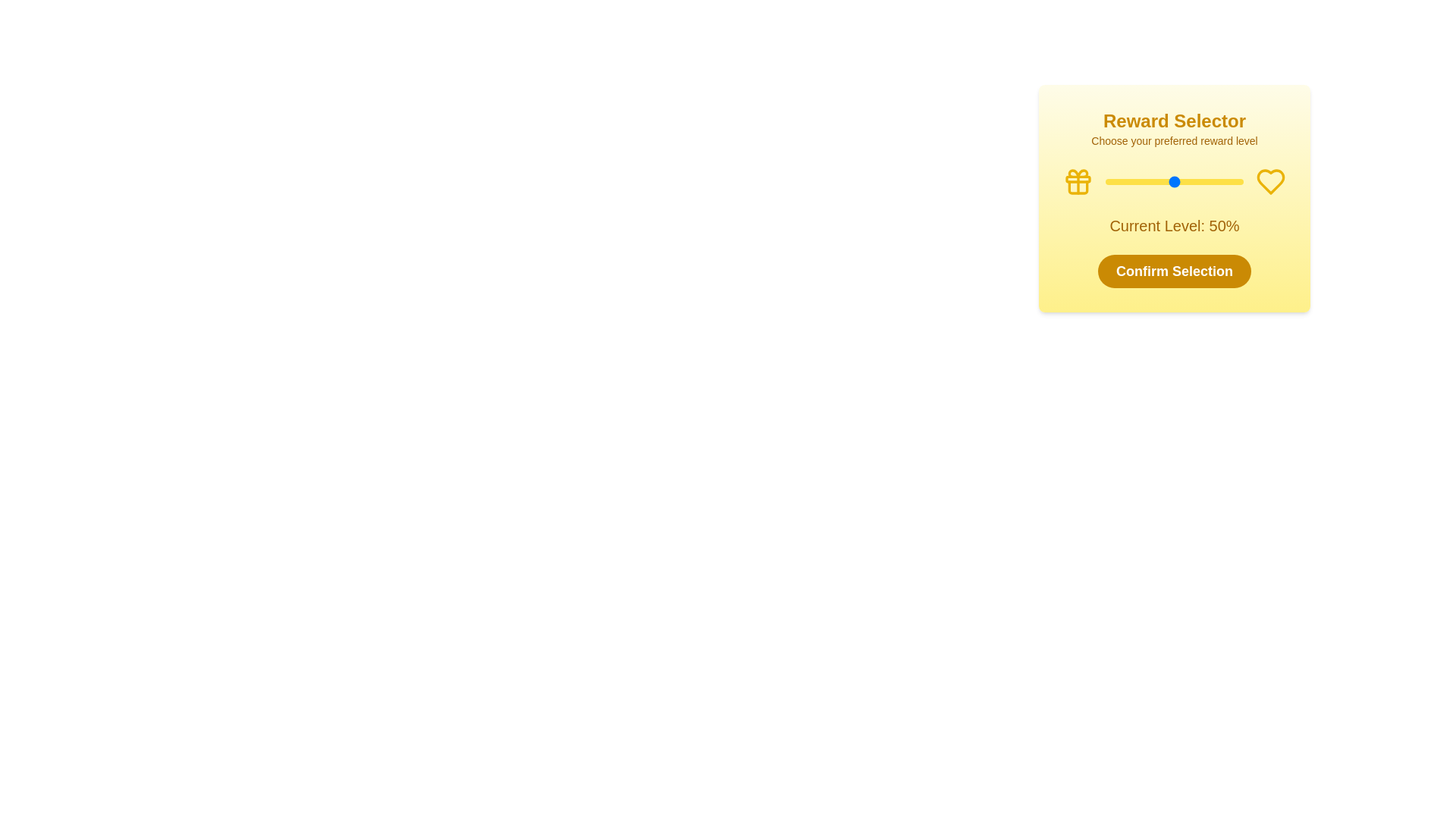  What do you see at coordinates (1231, 180) in the screenshot?
I see `the reward level` at bounding box center [1231, 180].